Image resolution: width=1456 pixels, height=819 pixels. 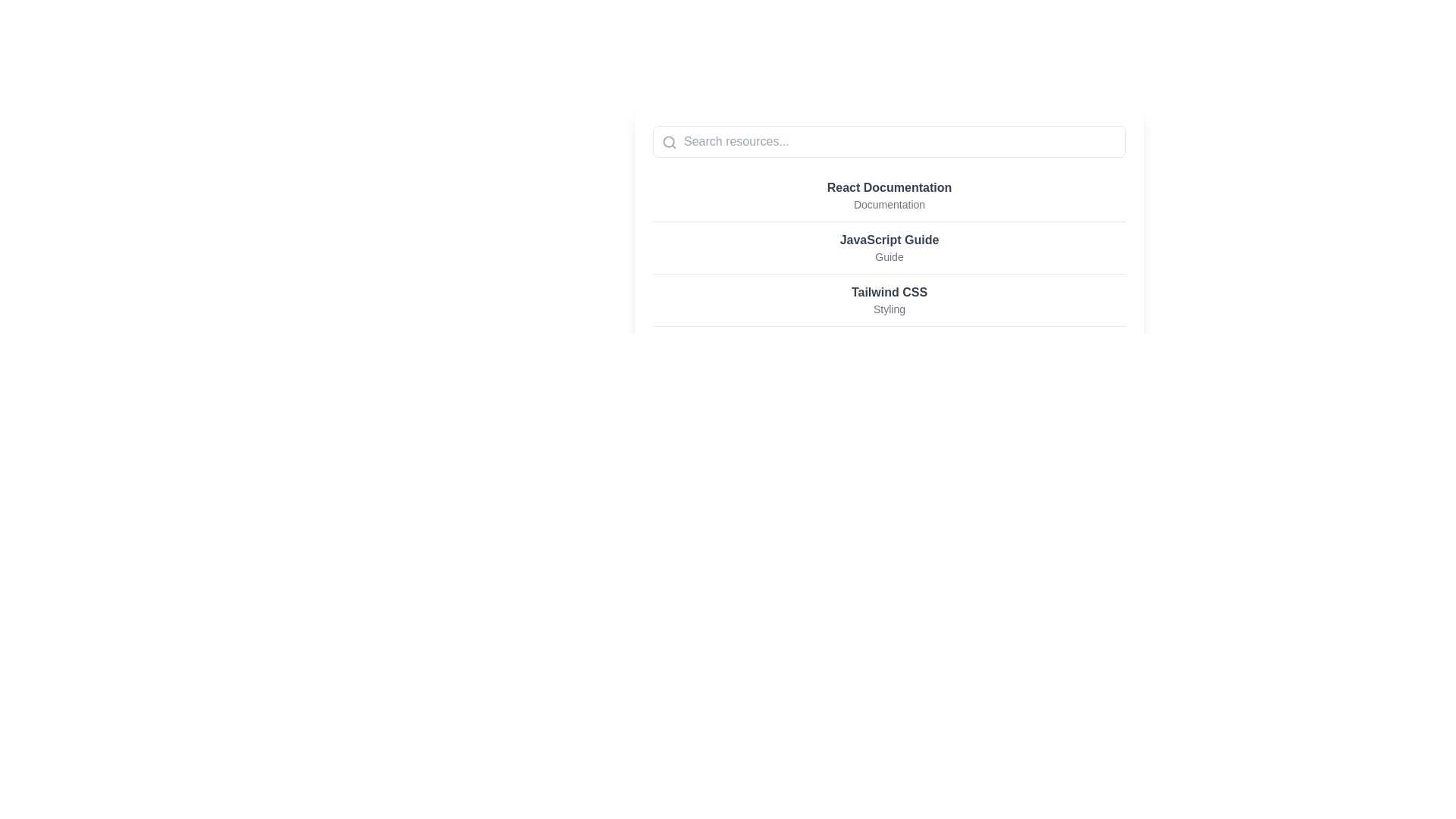 What do you see at coordinates (889, 300) in the screenshot?
I see `the clickable list item labeled 'Tailwind CSS' which has a bold title and a smaller descriptive label 'Styling'` at bounding box center [889, 300].